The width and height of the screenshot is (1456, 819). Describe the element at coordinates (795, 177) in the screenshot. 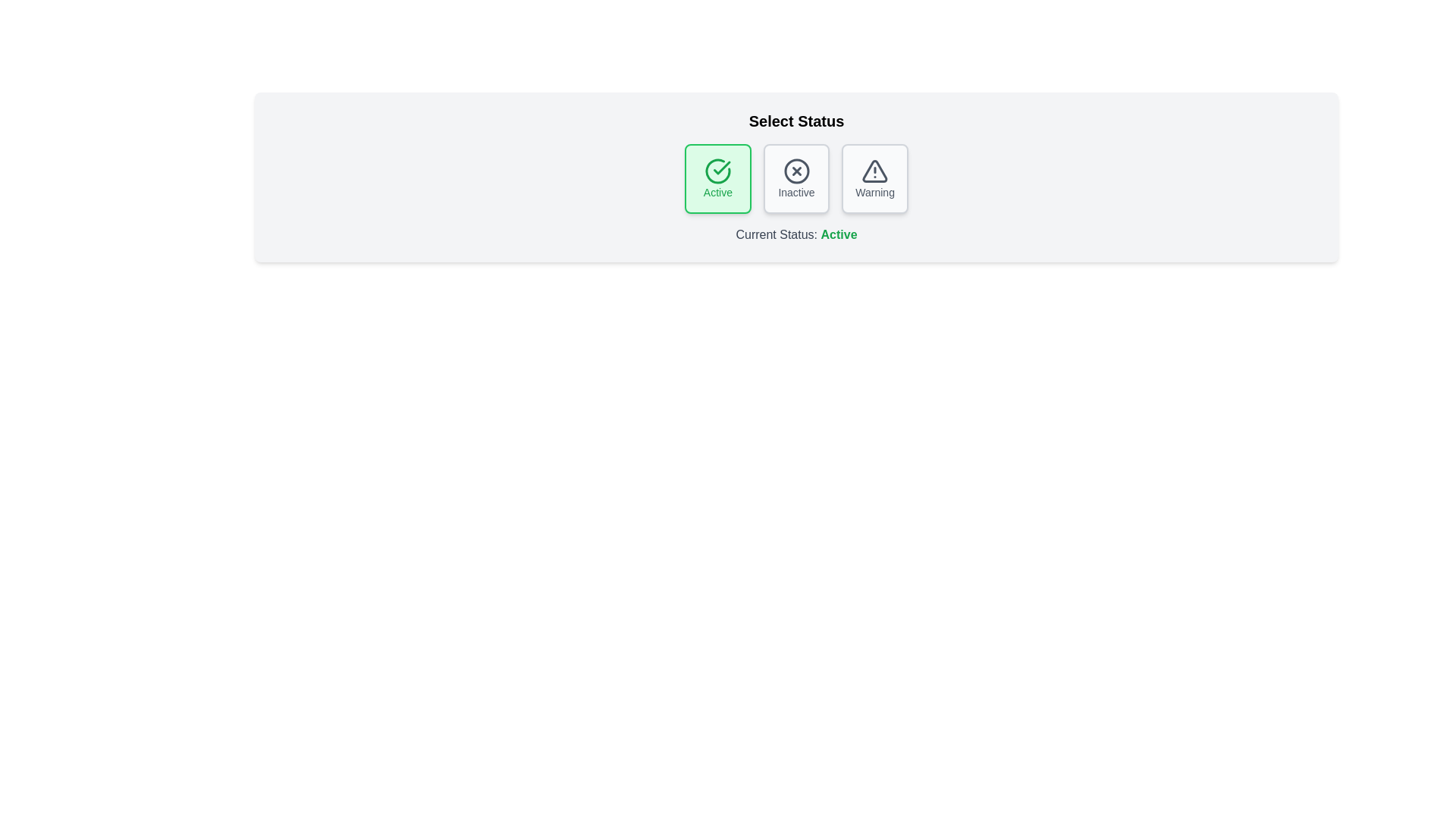

I see `the button corresponding to the status Inactive` at that location.